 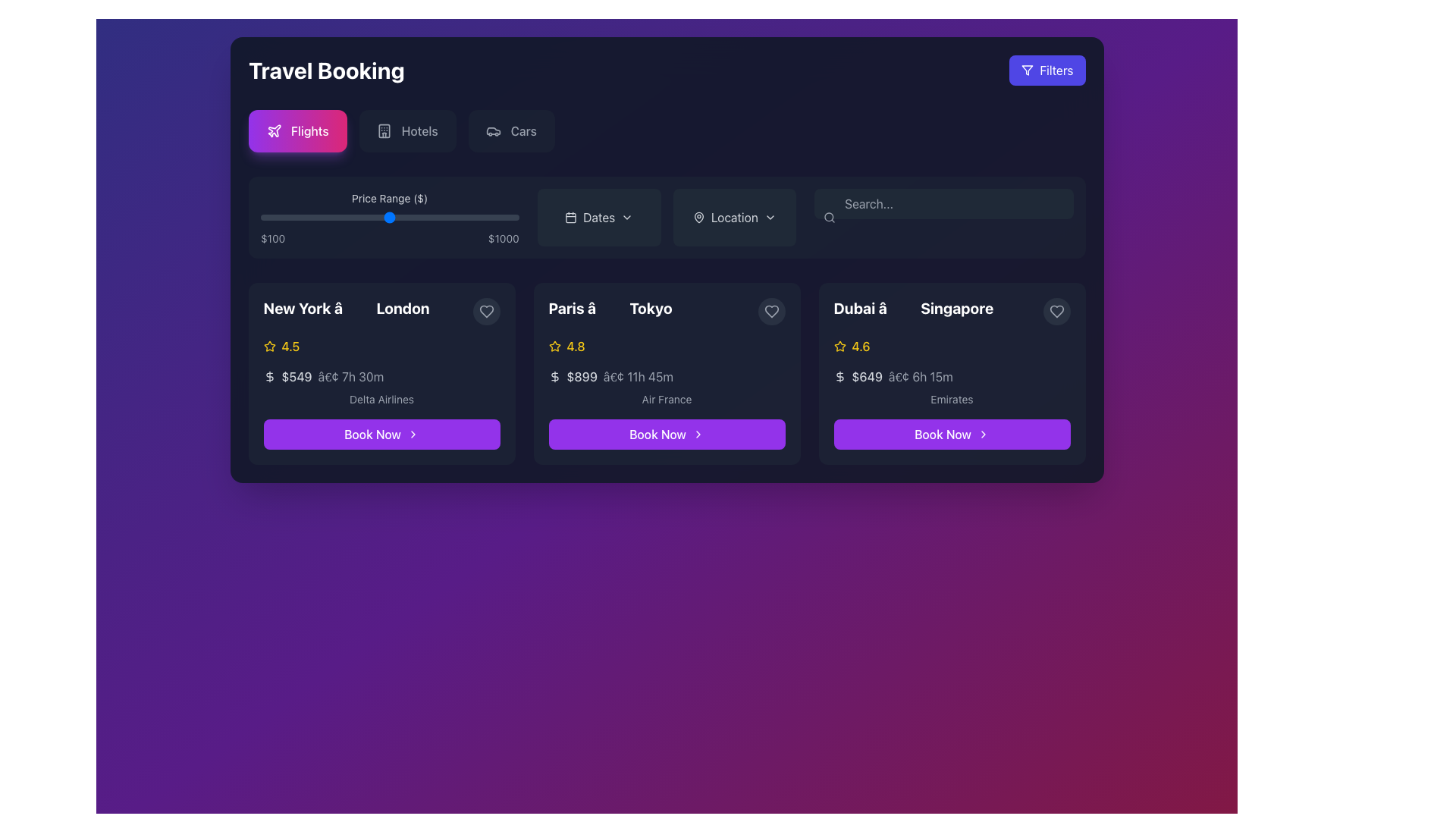 I want to click on the informative text label displaying the flight duration located beneath the price '$549' in the leftmost flight selection card, so click(x=350, y=376).